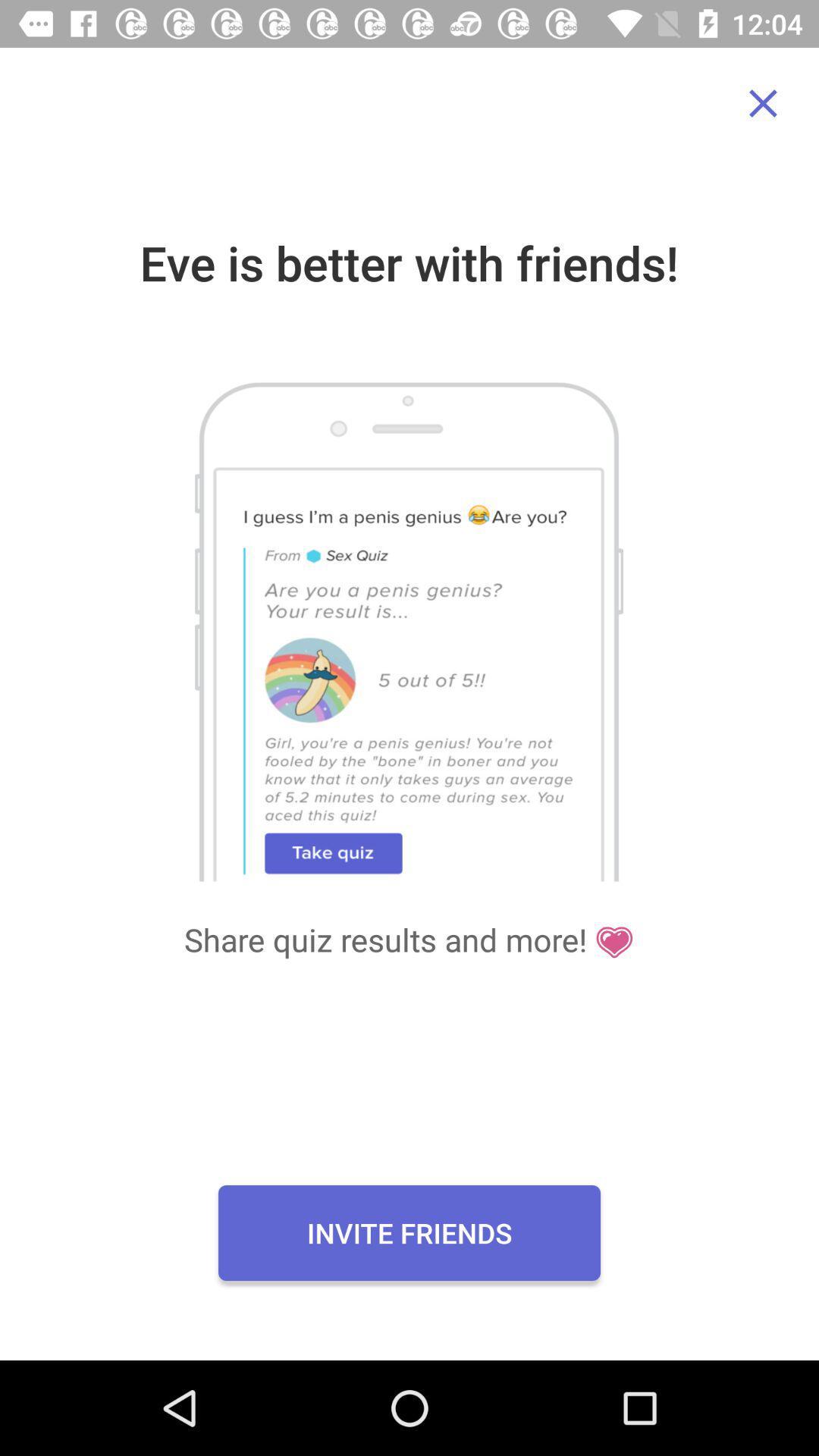 This screenshot has width=819, height=1456. What do you see at coordinates (763, 102) in the screenshot?
I see `the app` at bounding box center [763, 102].